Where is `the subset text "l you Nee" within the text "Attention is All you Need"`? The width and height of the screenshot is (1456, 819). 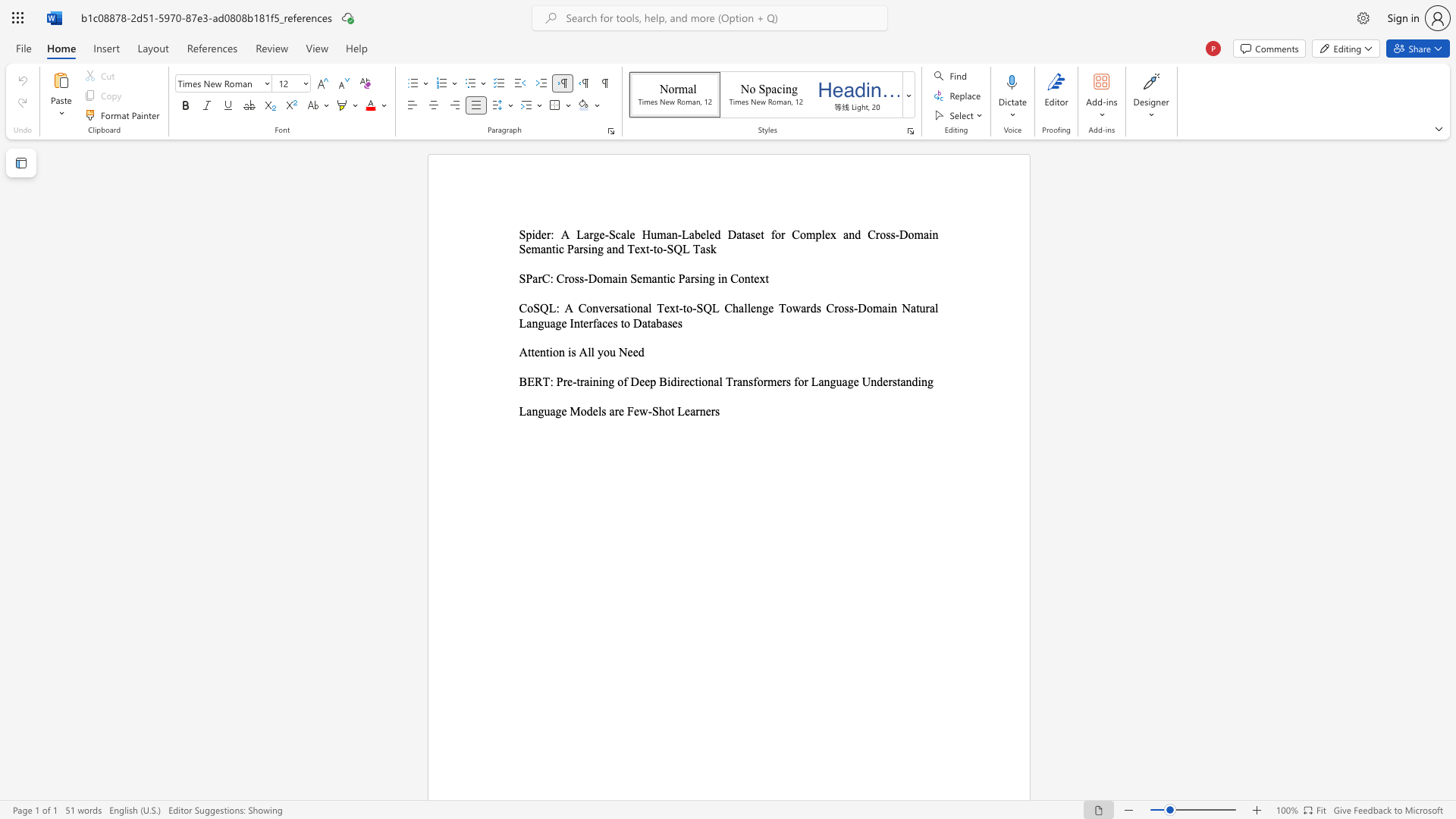 the subset text "l you Nee" within the text "Attention is All you Need" is located at coordinates (590, 352).